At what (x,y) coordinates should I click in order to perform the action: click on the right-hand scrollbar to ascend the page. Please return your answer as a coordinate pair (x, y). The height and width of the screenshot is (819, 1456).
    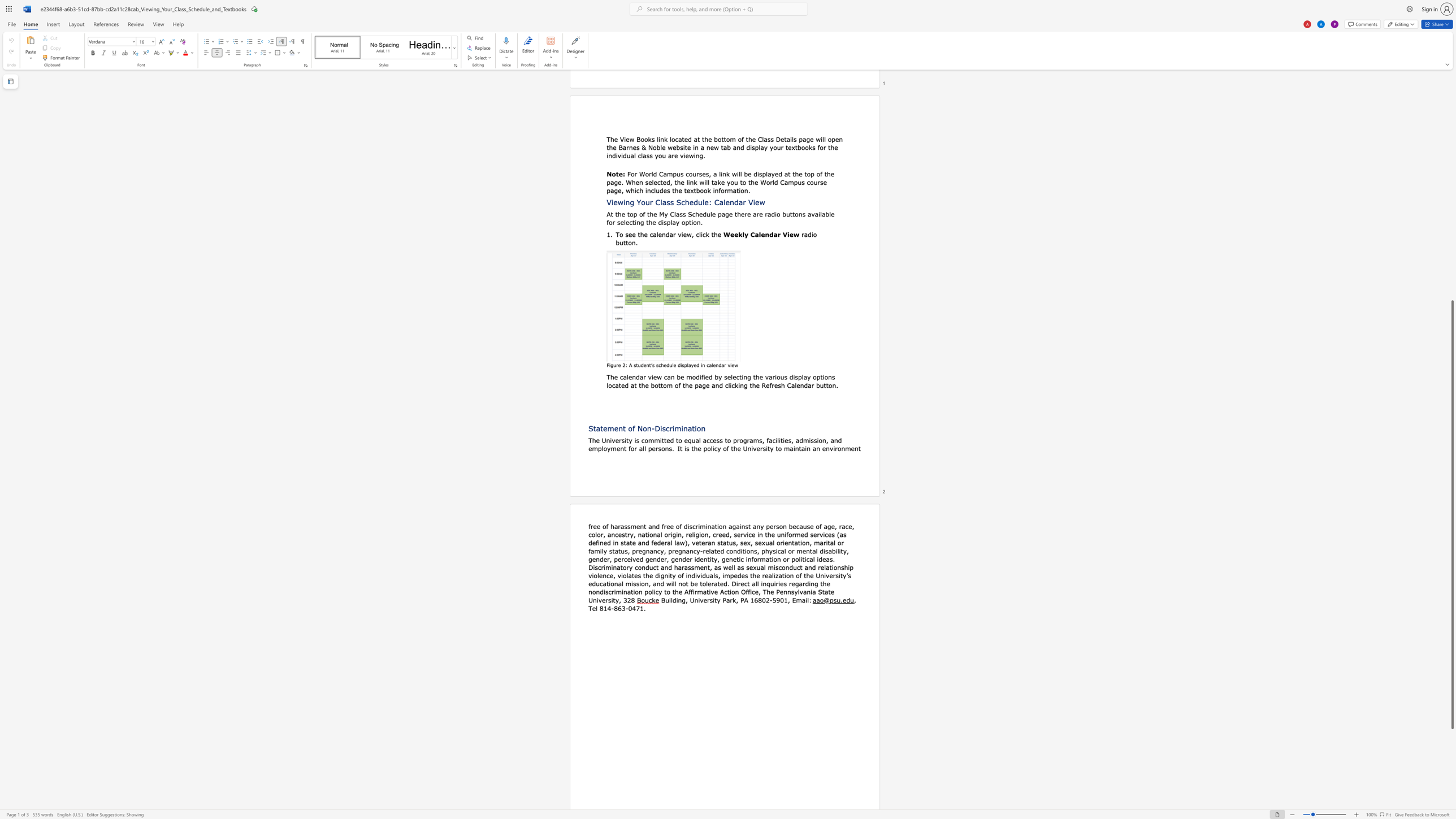
    Looking at the image, I should click on (1451, 128).